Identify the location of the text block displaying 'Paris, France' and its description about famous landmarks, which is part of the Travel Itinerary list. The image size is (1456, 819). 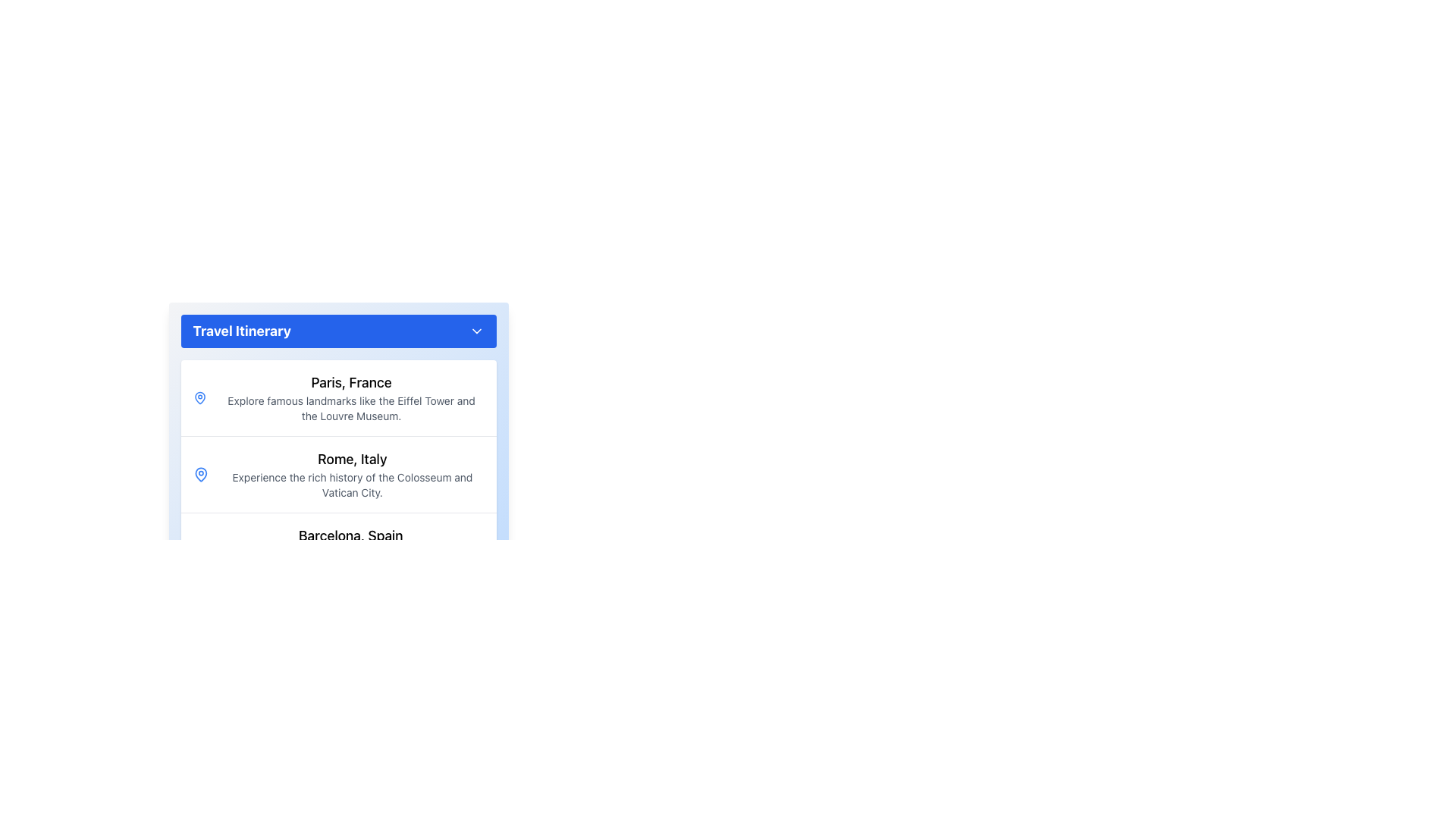
(350, 397).